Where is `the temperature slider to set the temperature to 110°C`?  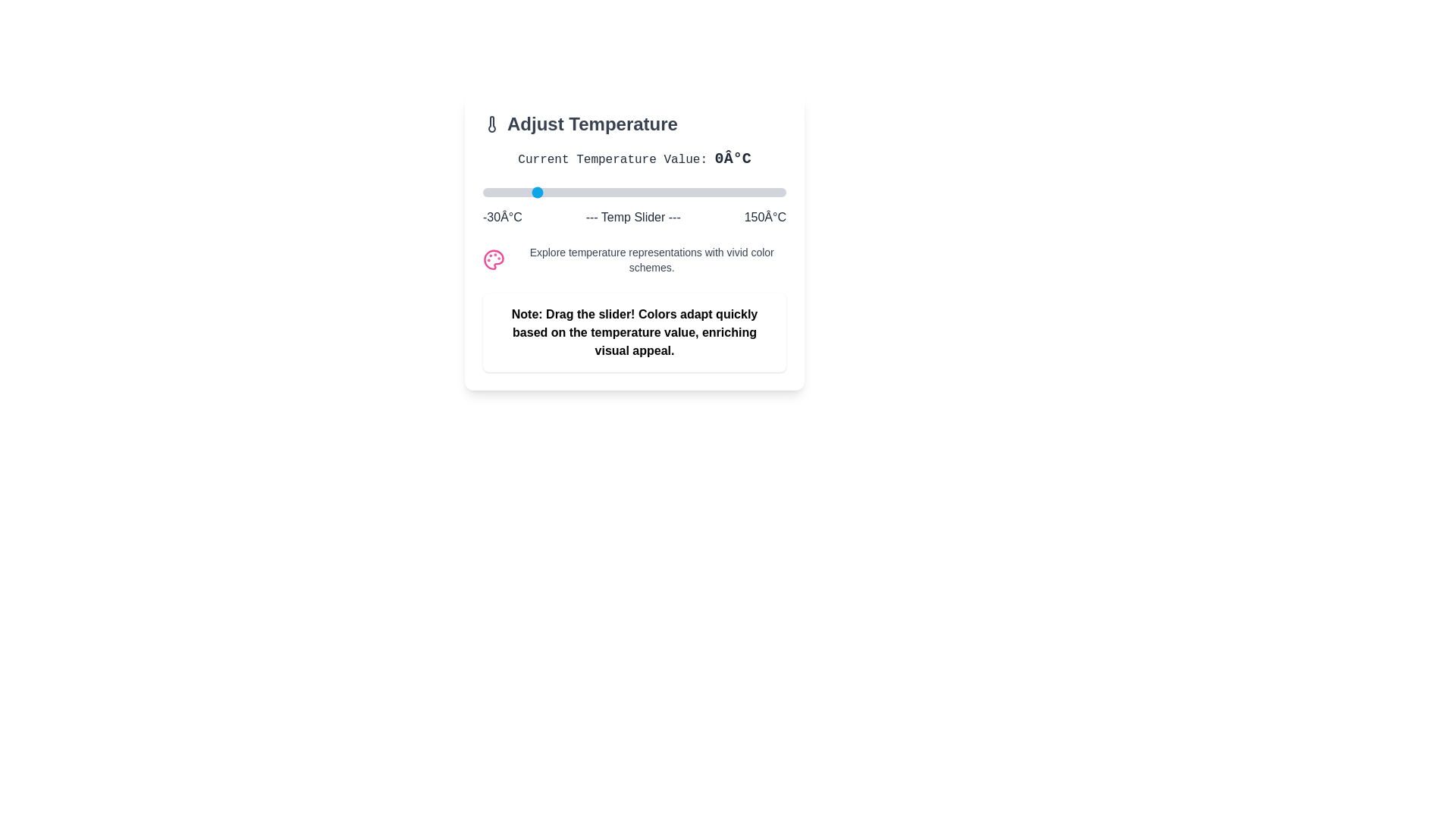
the temperature slider to set the temperature to 110°C is located at coordinates (718, 192).